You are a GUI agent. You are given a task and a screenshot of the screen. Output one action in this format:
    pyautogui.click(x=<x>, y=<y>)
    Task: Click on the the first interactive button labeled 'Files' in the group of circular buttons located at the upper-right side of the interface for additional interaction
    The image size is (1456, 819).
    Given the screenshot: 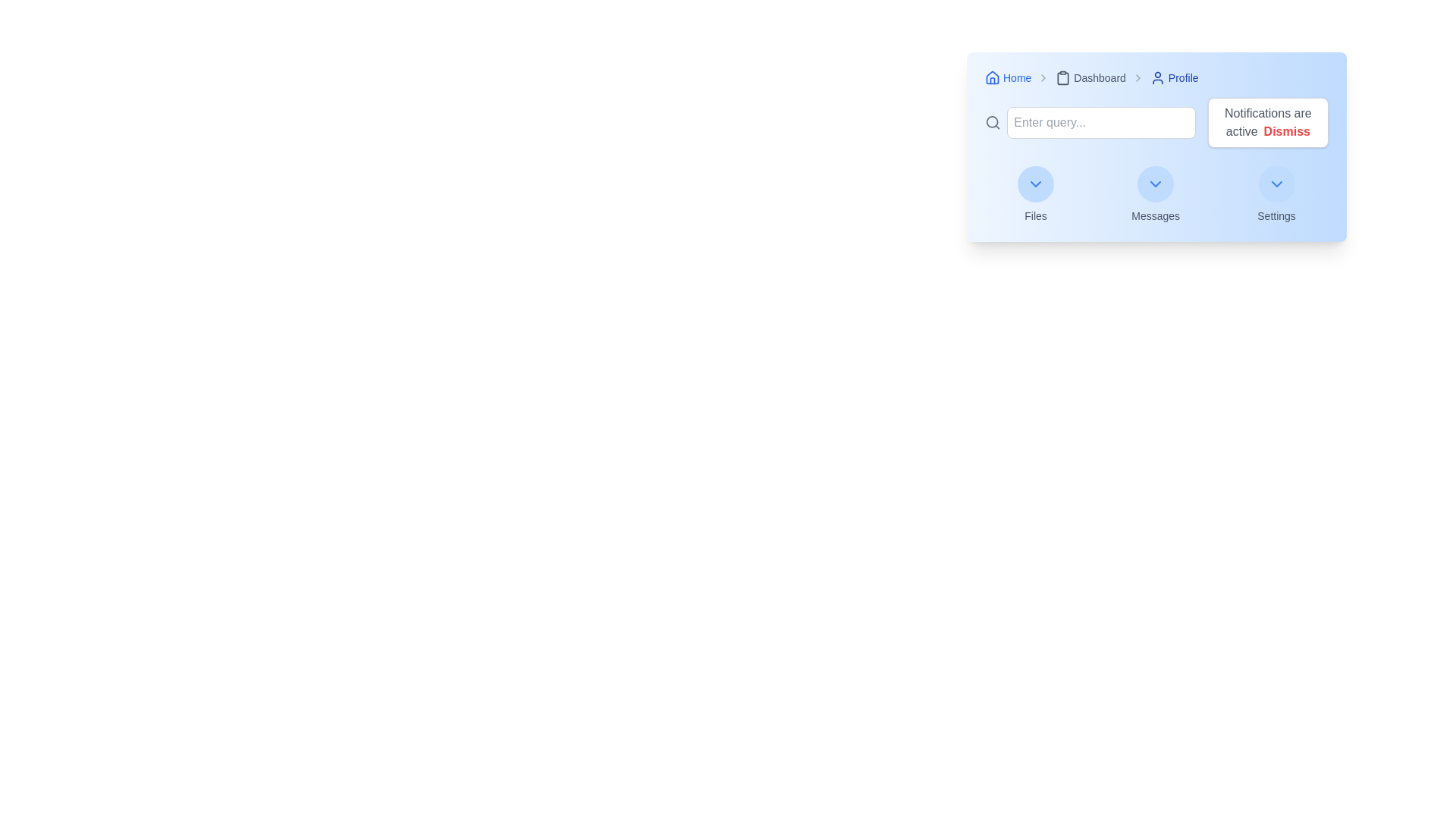 What is the action you would take?
    pyautogui.click(x=1035, y=194)
    